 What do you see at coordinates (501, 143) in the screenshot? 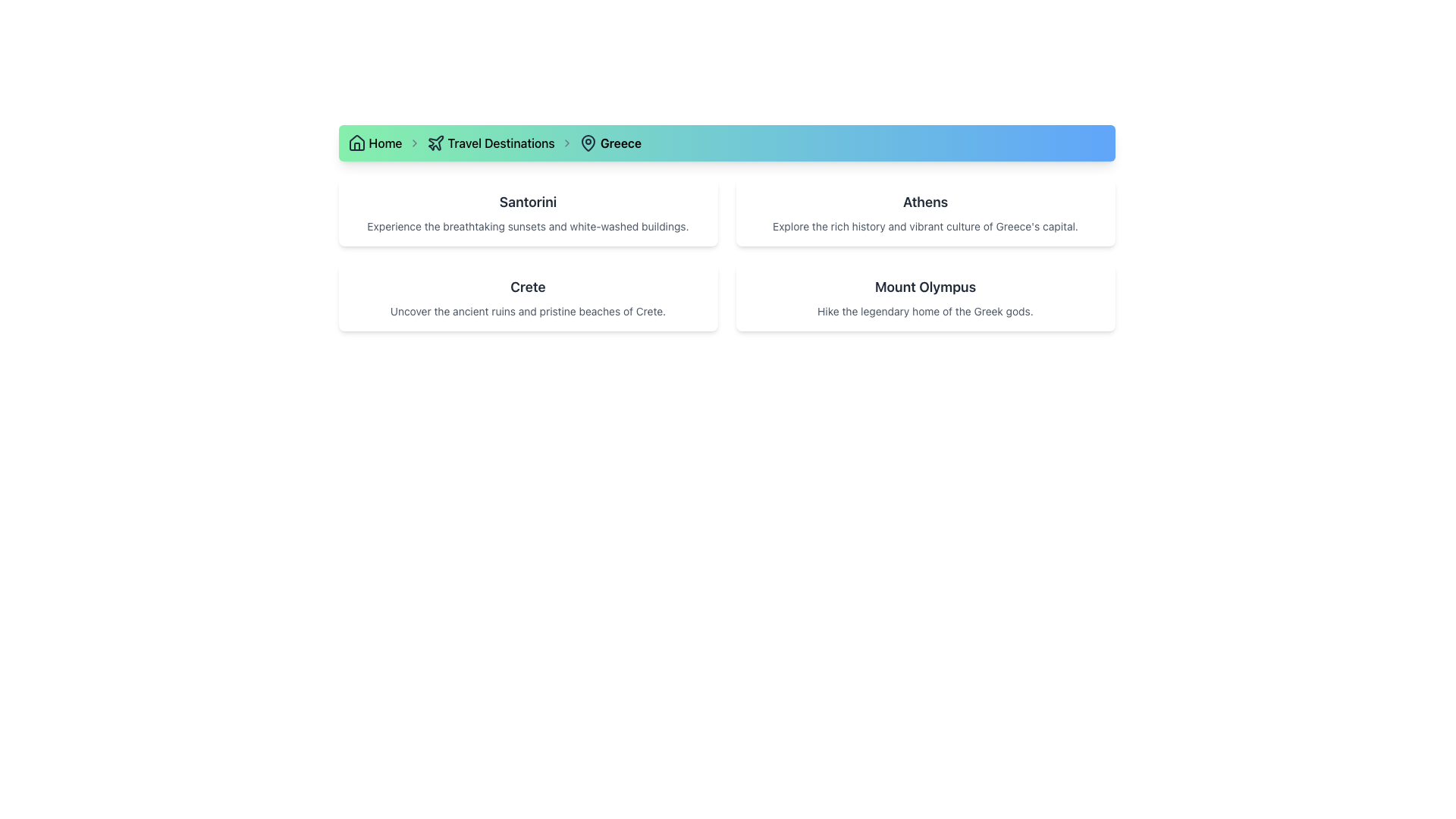
I see `the text label 'Travel Destinations' located in the navigation bar, positioned between an airplane icon and the text 'Greece'` at bounding box center [501, 143].